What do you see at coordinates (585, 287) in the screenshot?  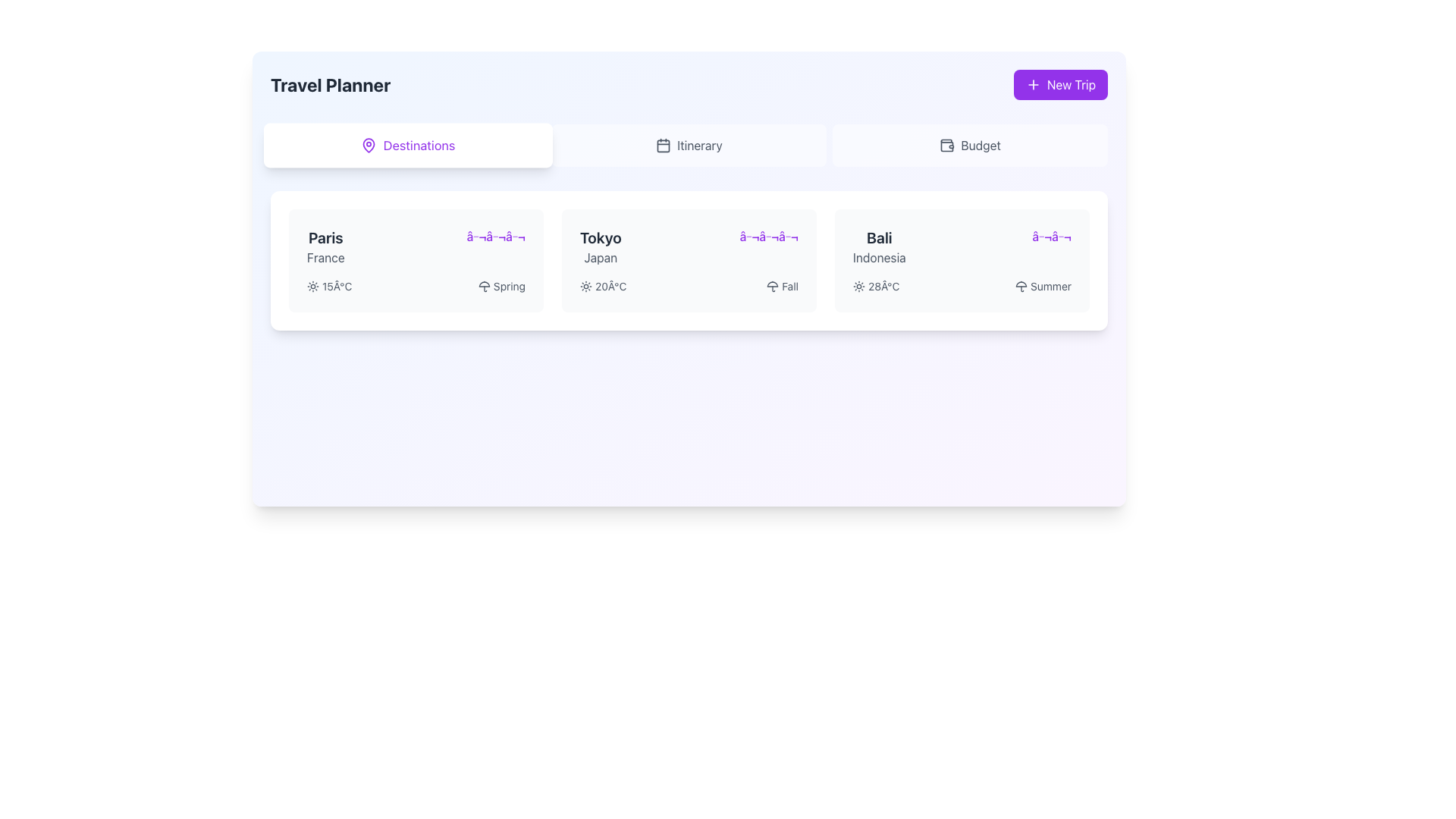 I see `the sunny weather icon located within the 'Tokyo' card, which displays a temperature of 20°C and the text 'Fall'. This icon is positioned to the left of the temperature display` at bounding box center [585, 287].